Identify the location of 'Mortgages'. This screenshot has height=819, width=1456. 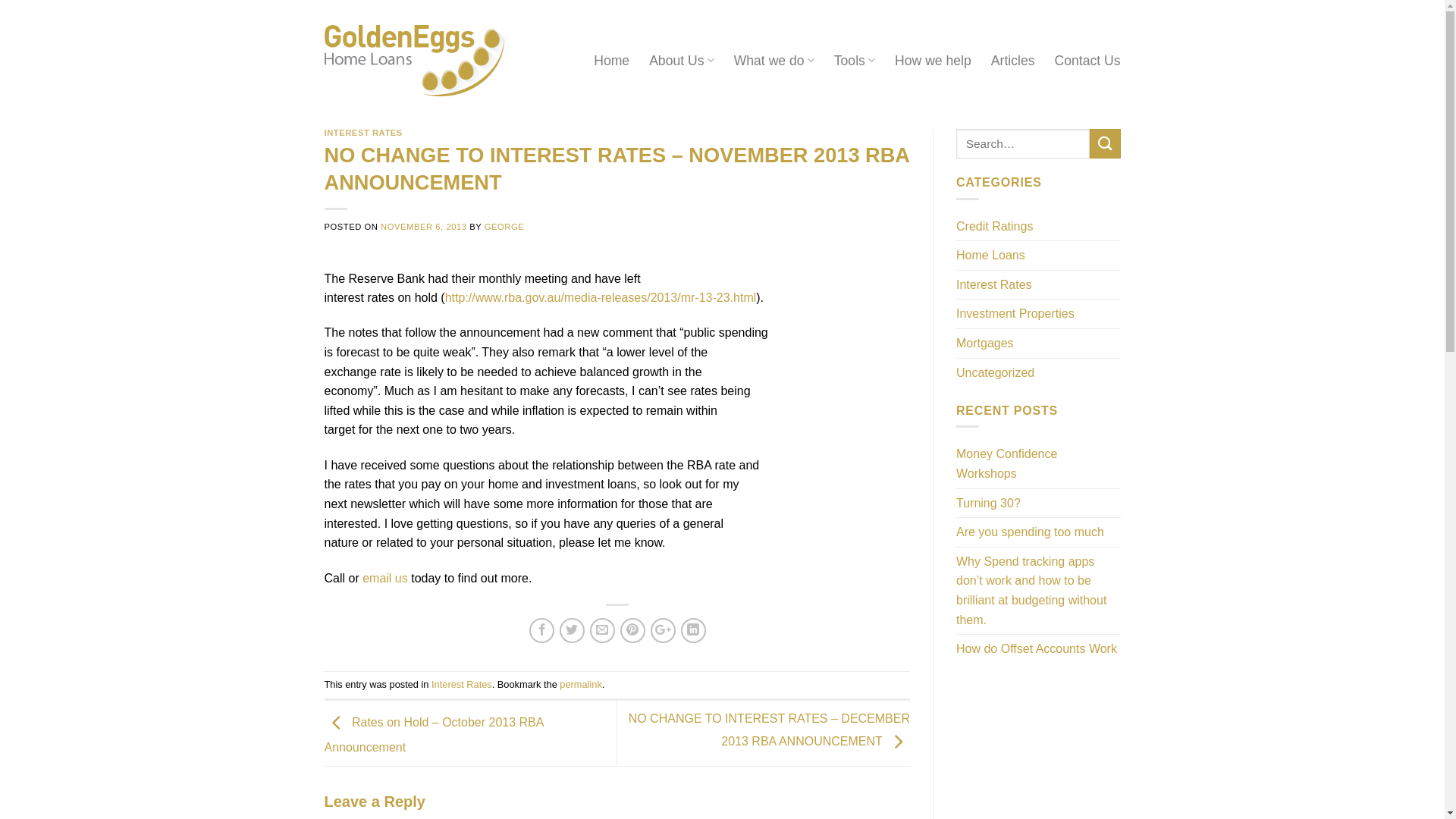
(985, 343).